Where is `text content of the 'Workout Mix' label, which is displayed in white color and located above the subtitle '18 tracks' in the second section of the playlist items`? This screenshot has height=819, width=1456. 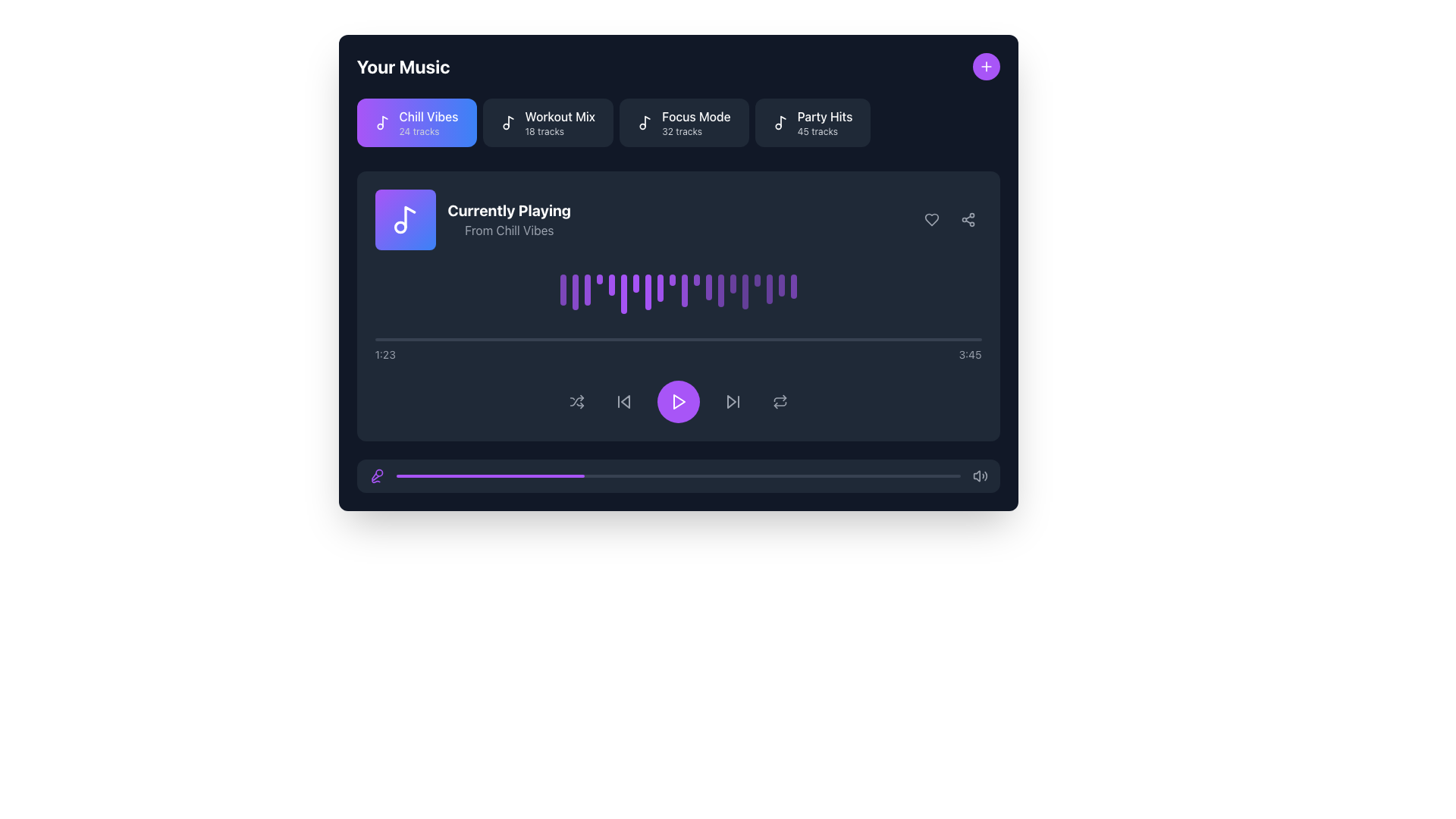
text content of the 'Workout Mix' label, which is displayed in white color and located above the subtitle '18 tracks' in the second section of the playlist items is located at coordinates (559, 116).